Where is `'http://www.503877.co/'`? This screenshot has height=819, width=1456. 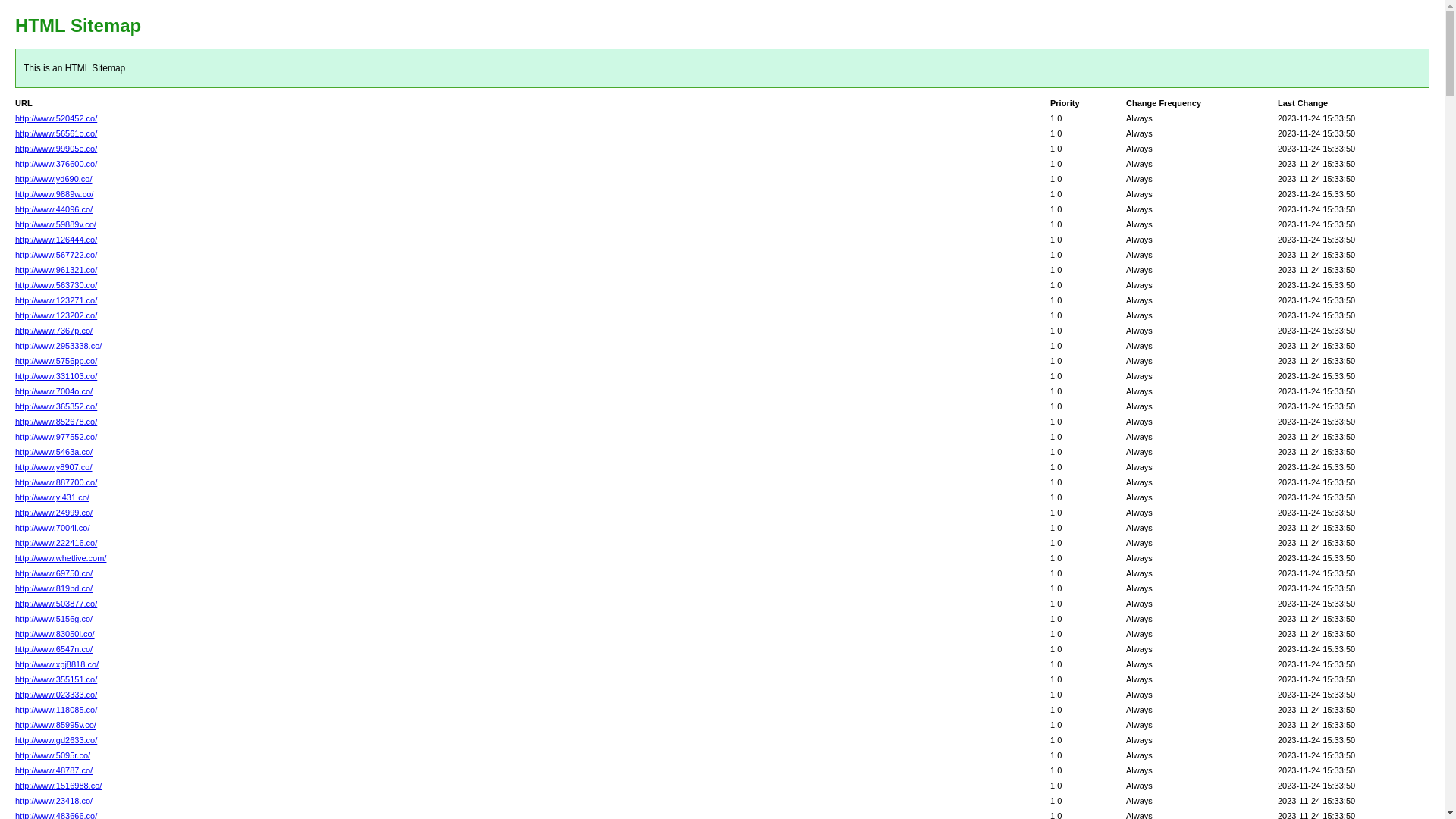
'http://www.503877.co/' is located at coordinates (55, 602).